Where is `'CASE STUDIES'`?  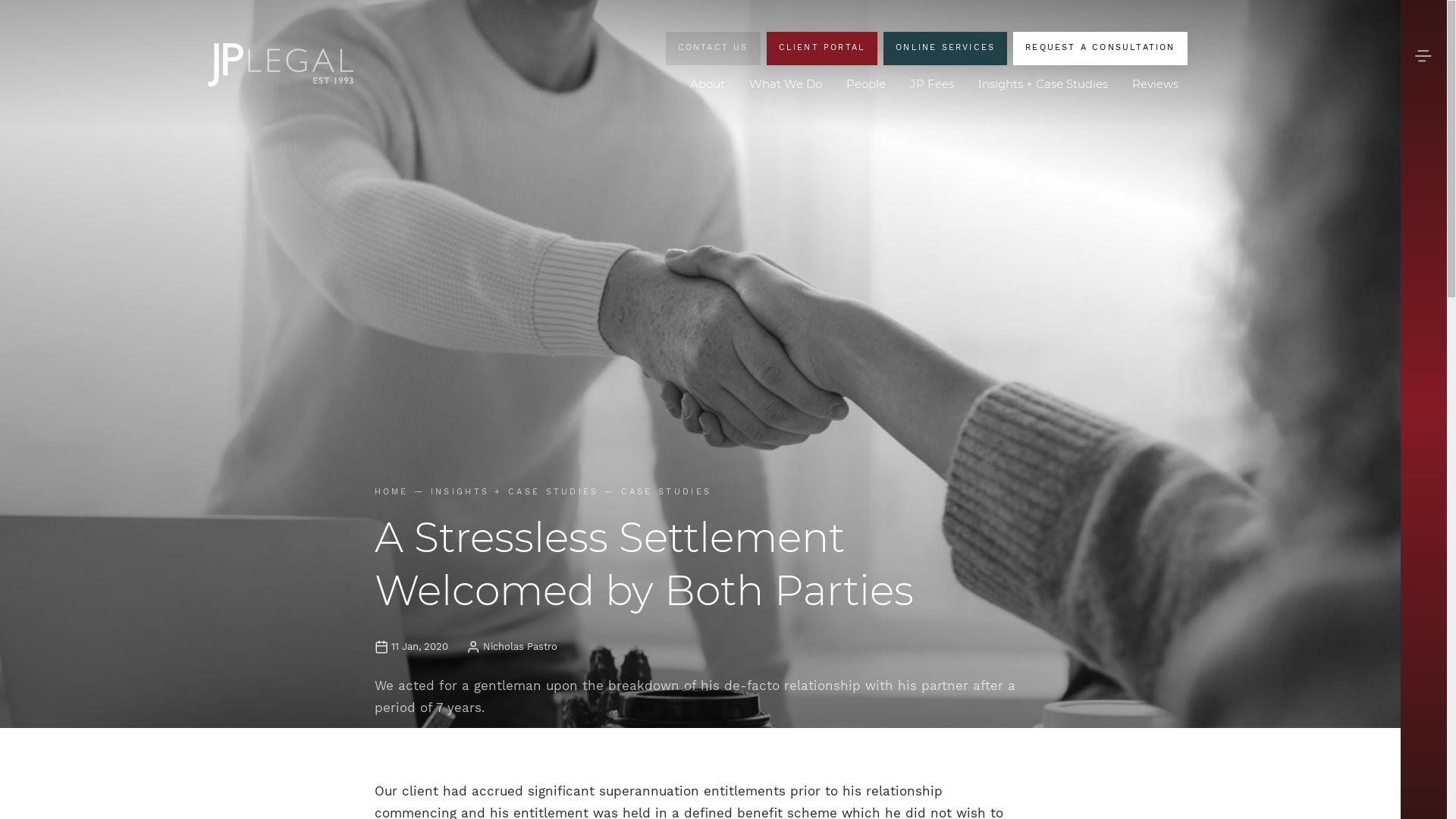 'CASE STUDIES' is located at coordinates (666, 491).